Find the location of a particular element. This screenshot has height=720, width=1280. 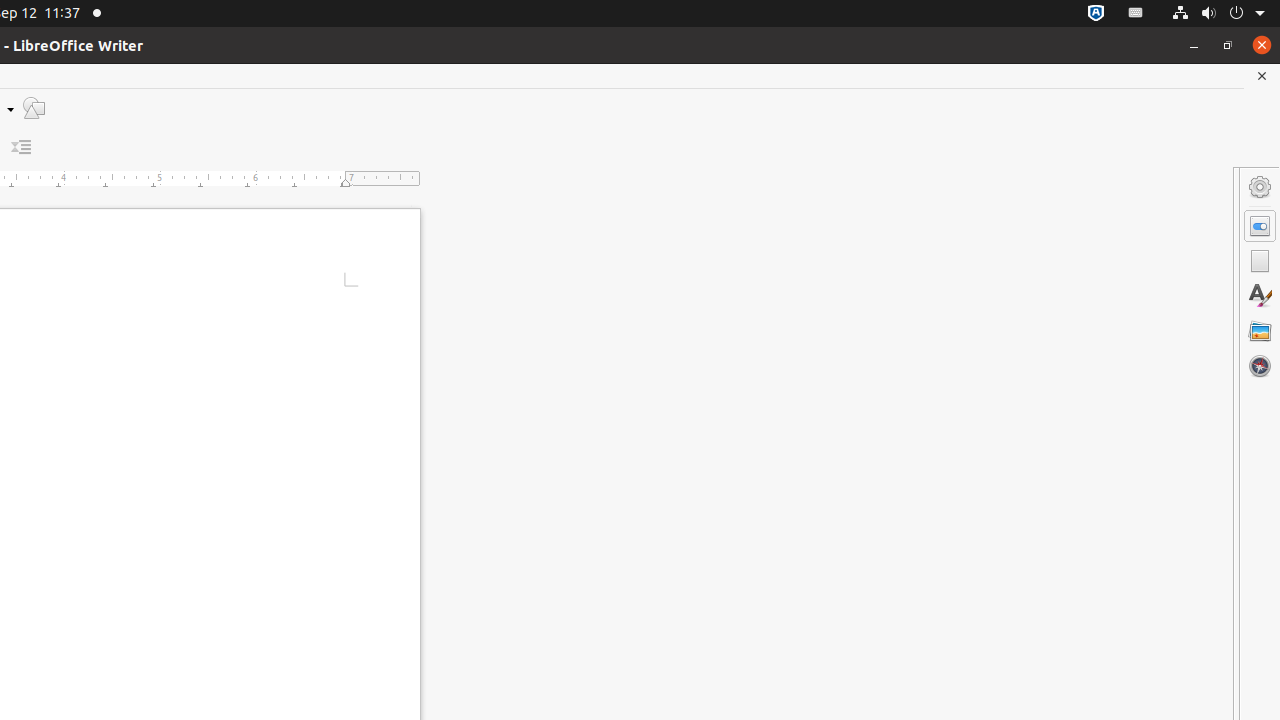

'org.kde.StatusNotifierItem-14077-1' is located at coordinates (1136, 13).